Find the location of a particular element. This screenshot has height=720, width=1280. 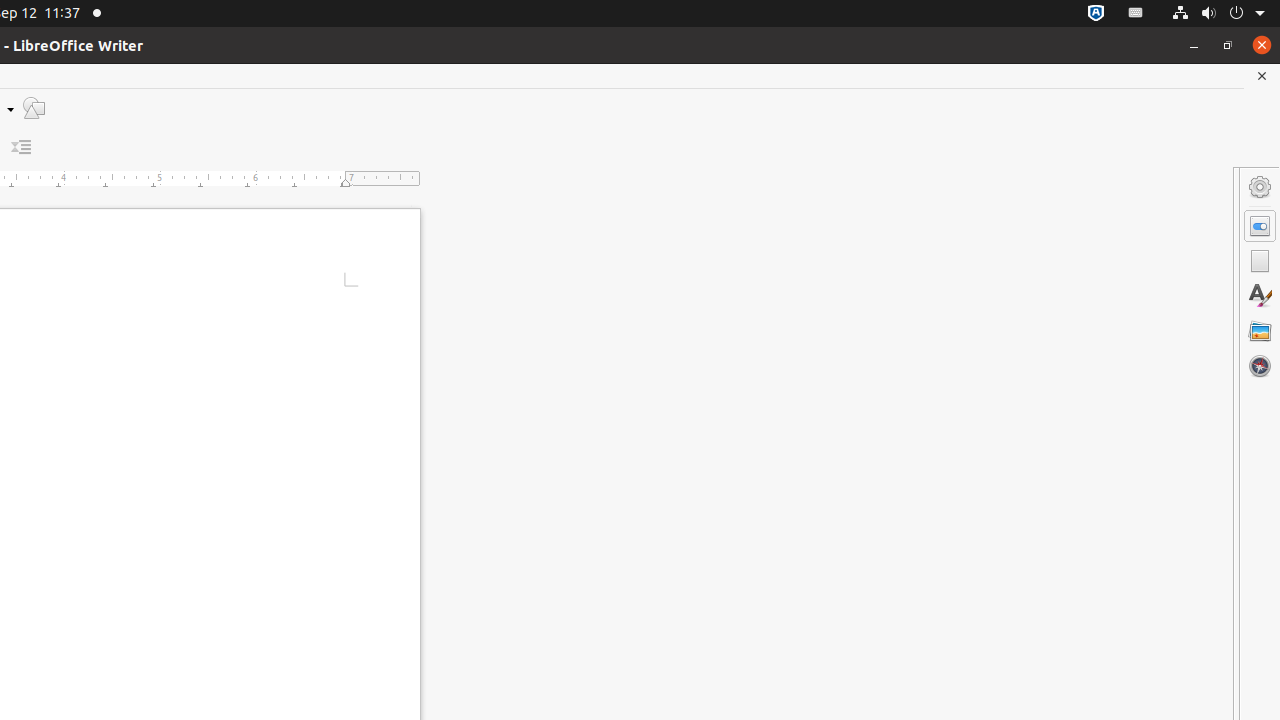

'org.kde.StatusNotifierItem-14077-1' is located at coordinates (1136, 13).